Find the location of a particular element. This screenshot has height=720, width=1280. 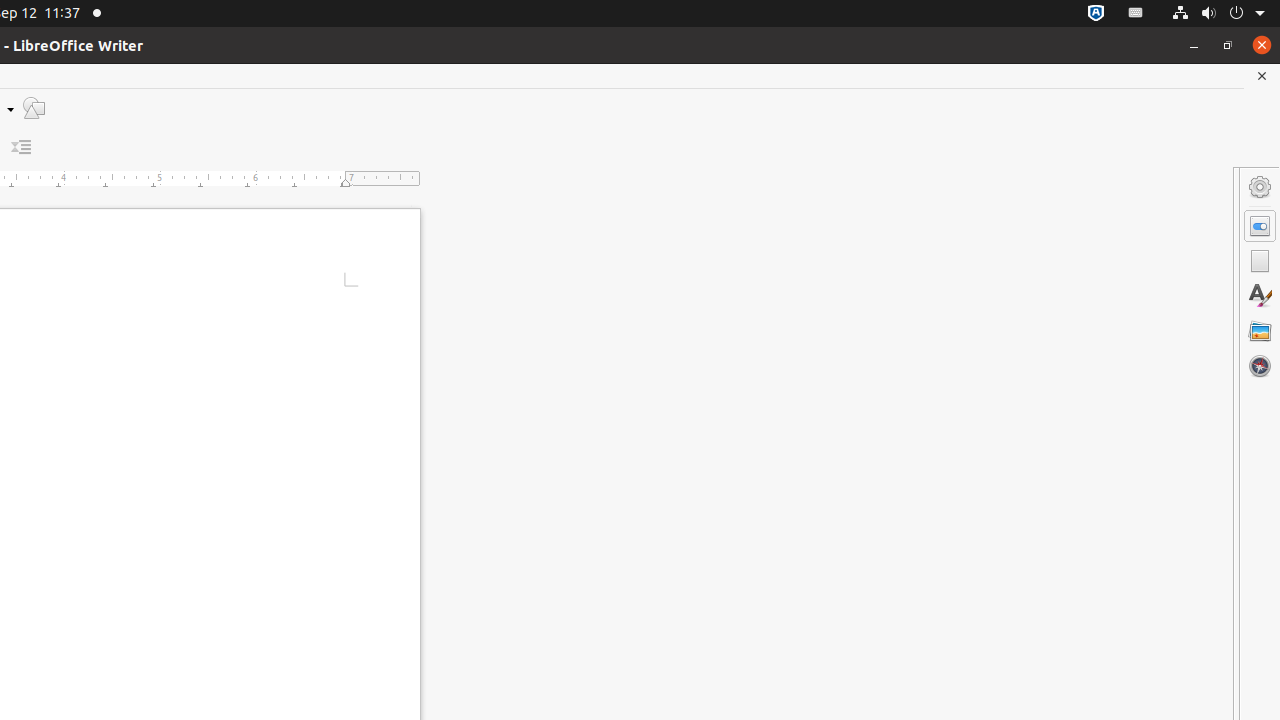

'org.kde.StatusNotifierItem-14077-1' is located at coordinates (1136, 13).